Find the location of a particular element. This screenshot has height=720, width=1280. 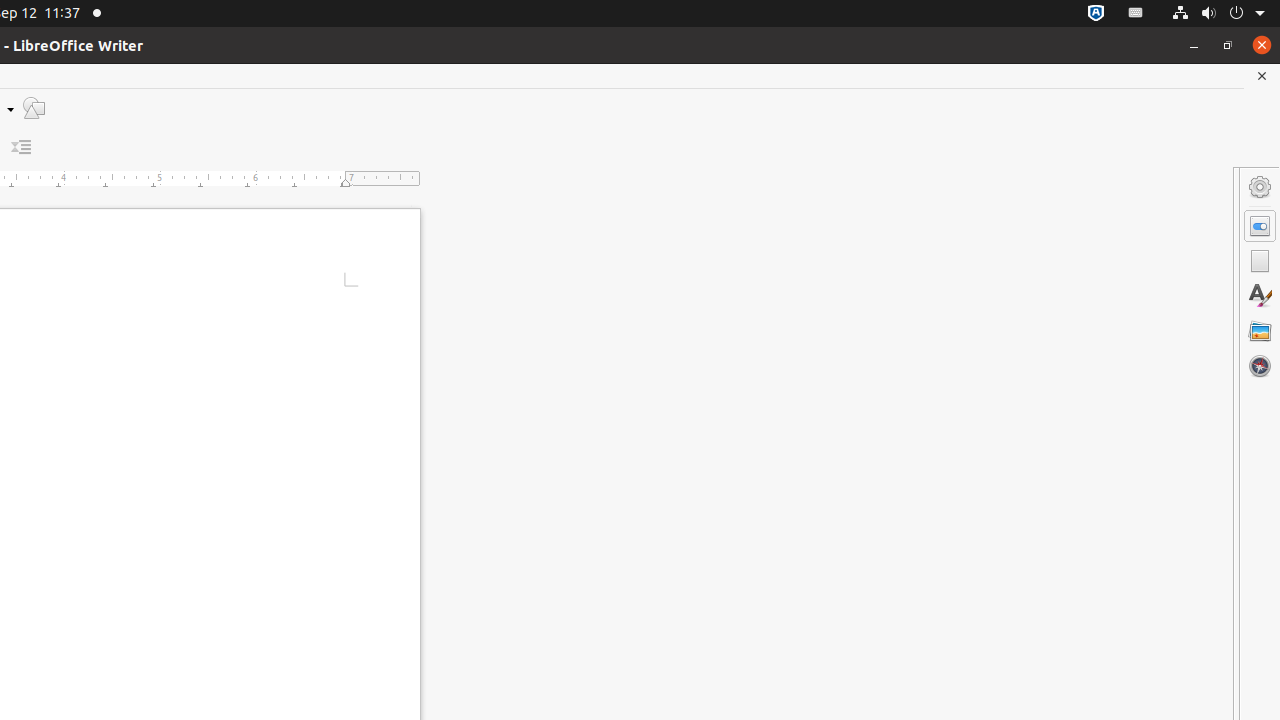

'org.kde.StatusNotifierItem-14077-1' is located at coordinates (1136, 13).